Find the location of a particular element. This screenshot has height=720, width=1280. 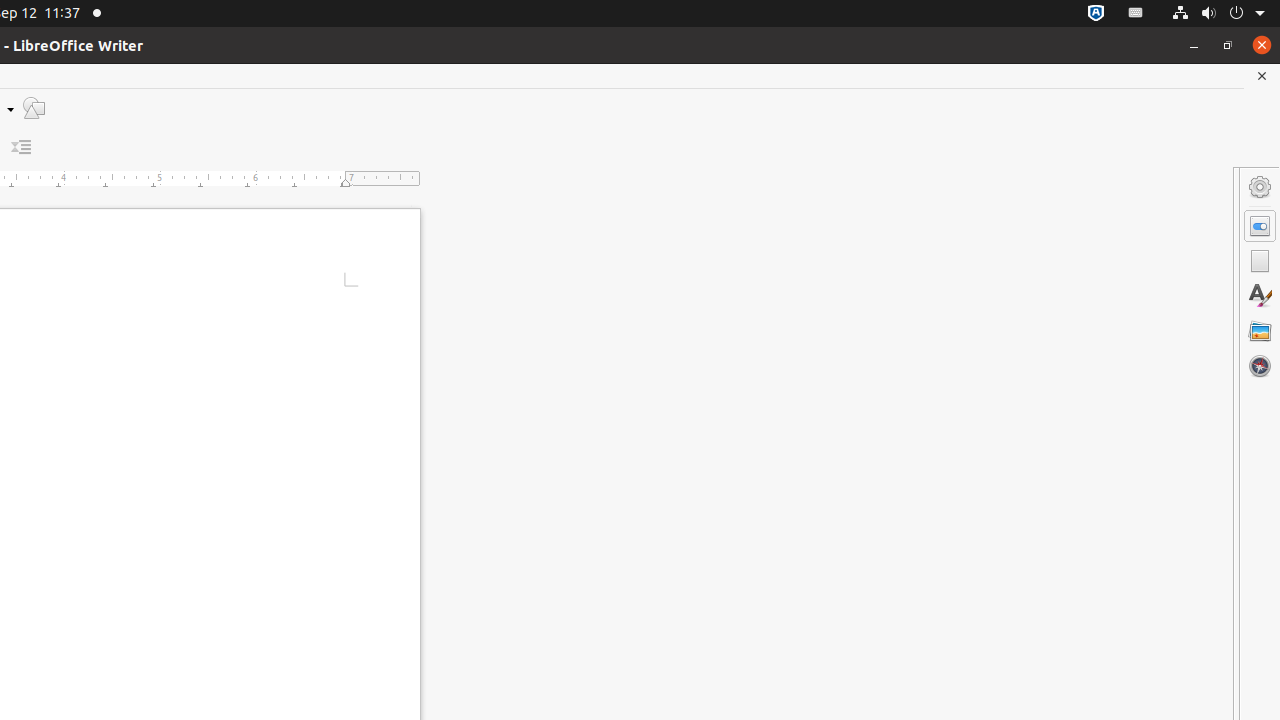

'org.kde.StatusNotifierItem-14077-1' is located at coordinates (1136, 13).